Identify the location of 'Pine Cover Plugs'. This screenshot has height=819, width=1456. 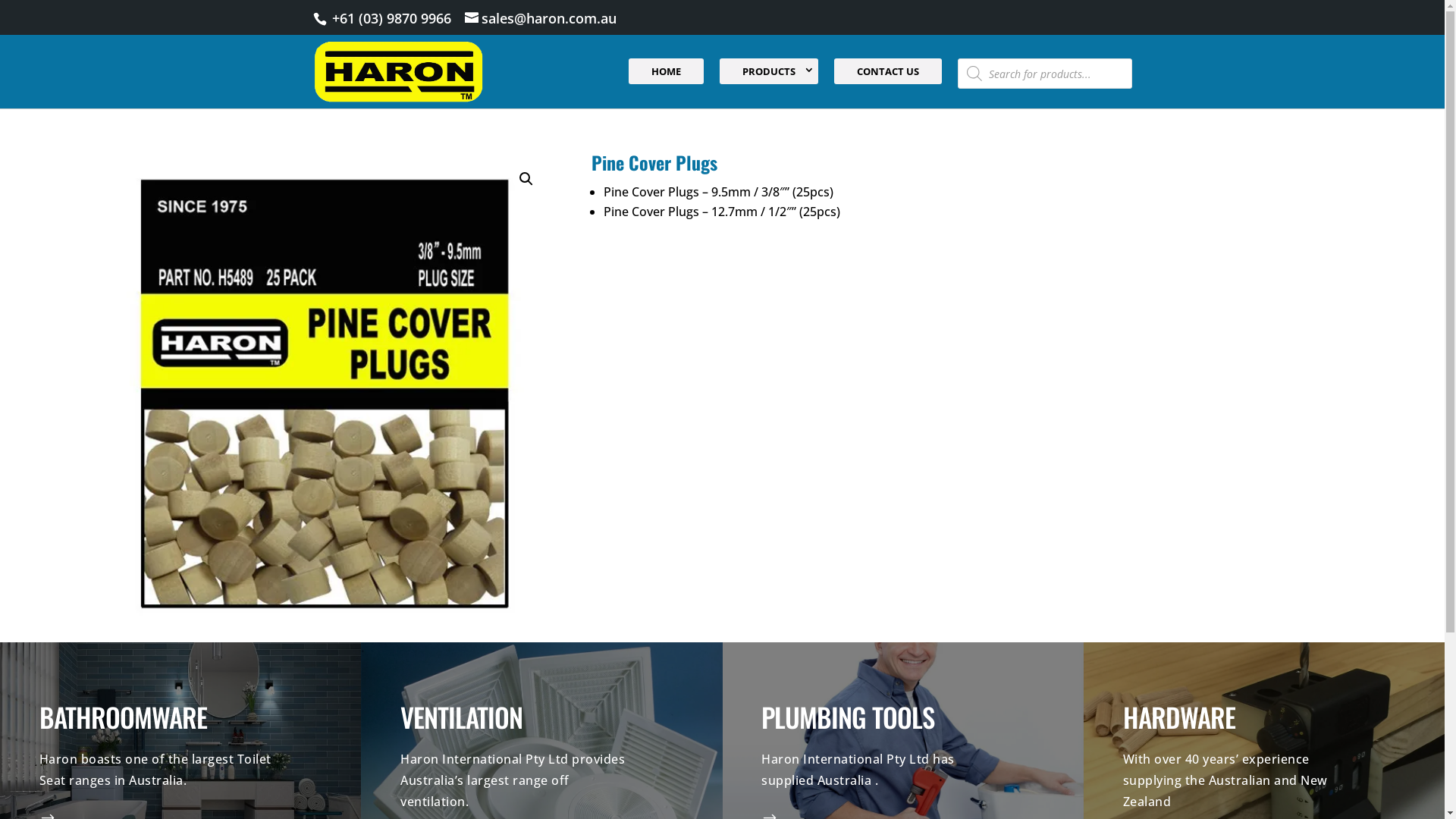
(315, 388).